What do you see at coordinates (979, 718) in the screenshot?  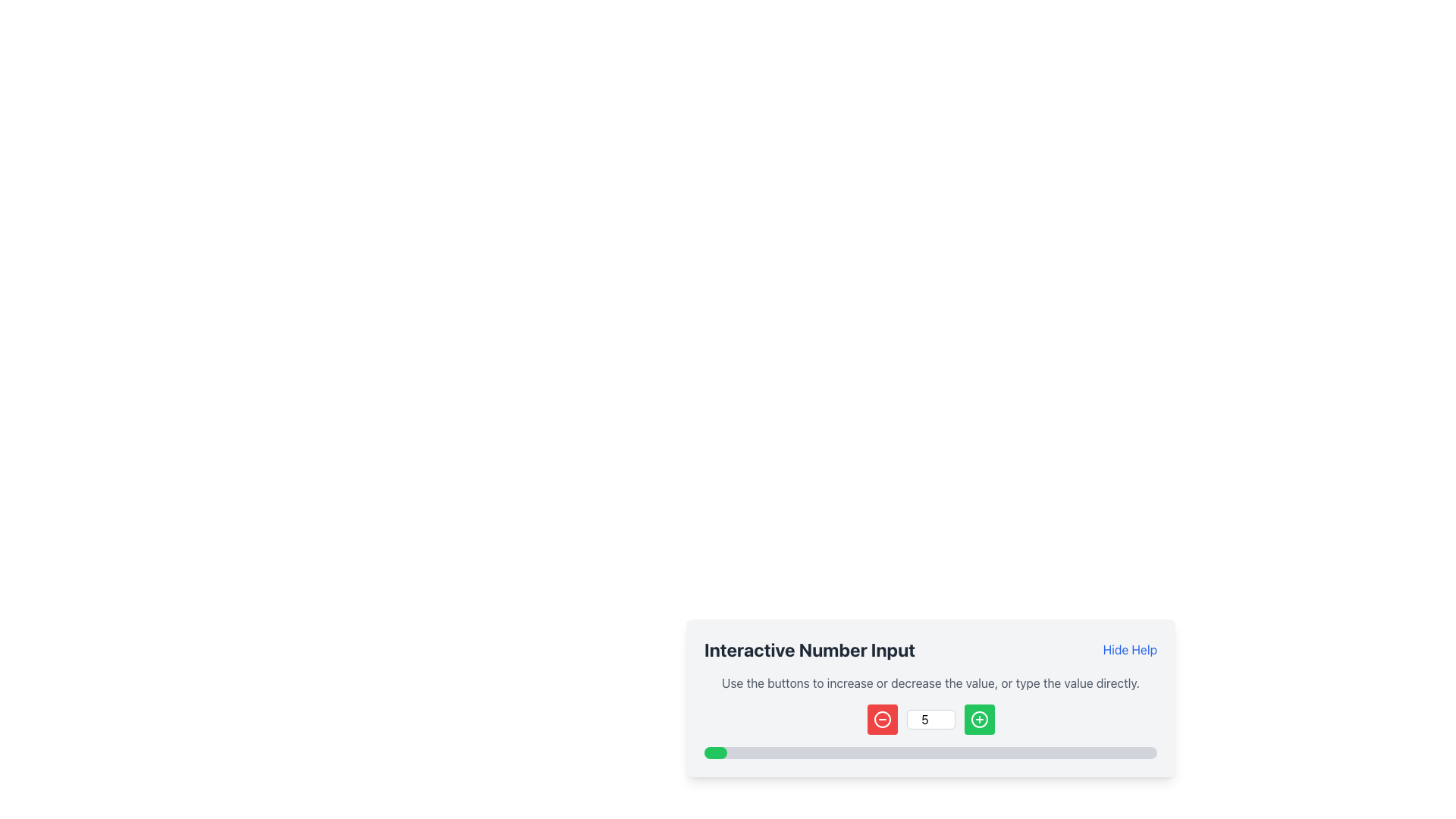 I see `the circular green button with a white plus symbol located at the bottom-right of the interactive number input section` at bounding box center [979, 718].